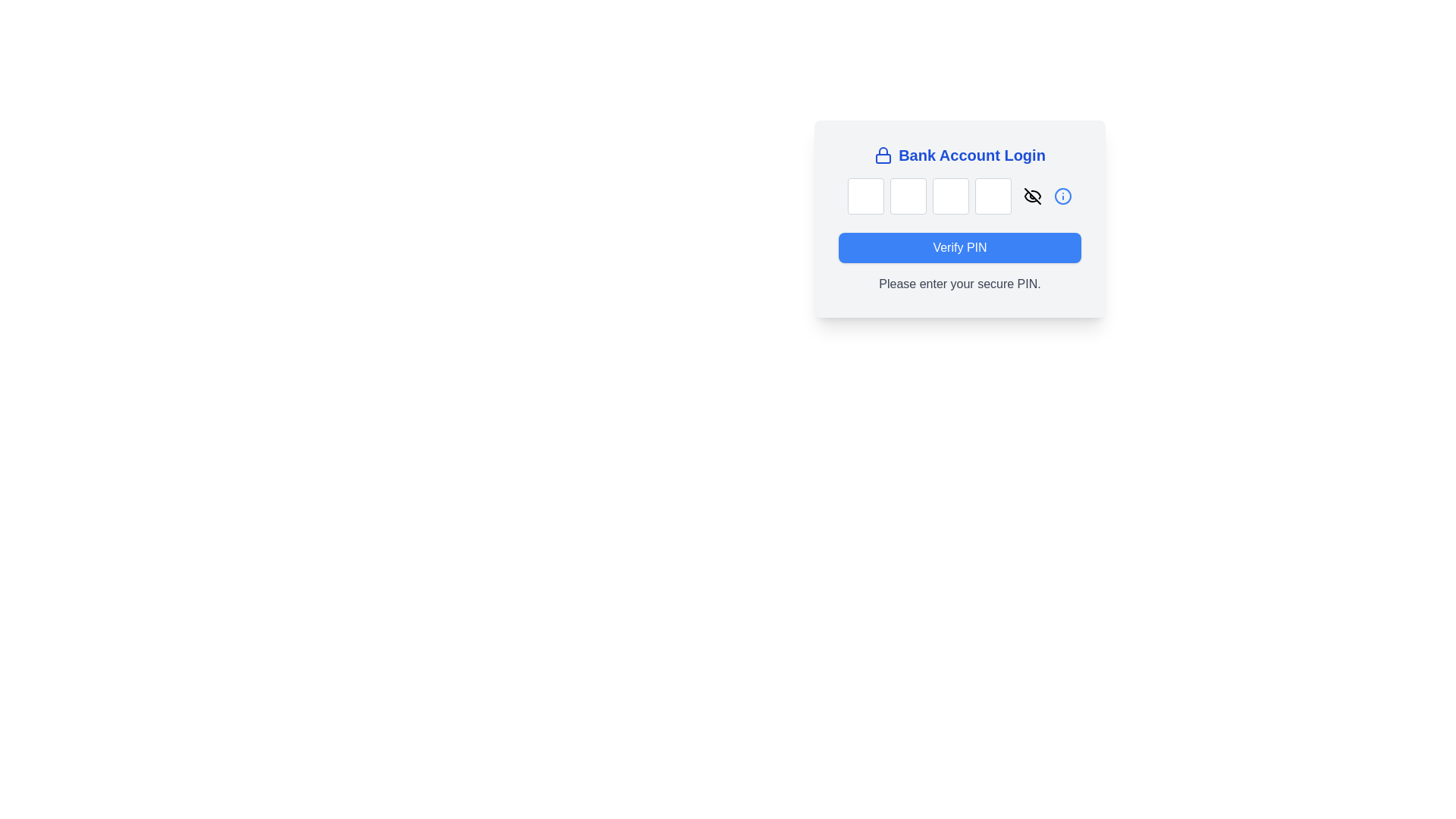 This screenshot has width=1456, height=819. What do you see at coordinates (883, 155) in the screenshot?
I see `the Decorative Icon representing security or access restriction, which is located to the left of the 'Bank Account Login' title` at bounding box center [883, 155].